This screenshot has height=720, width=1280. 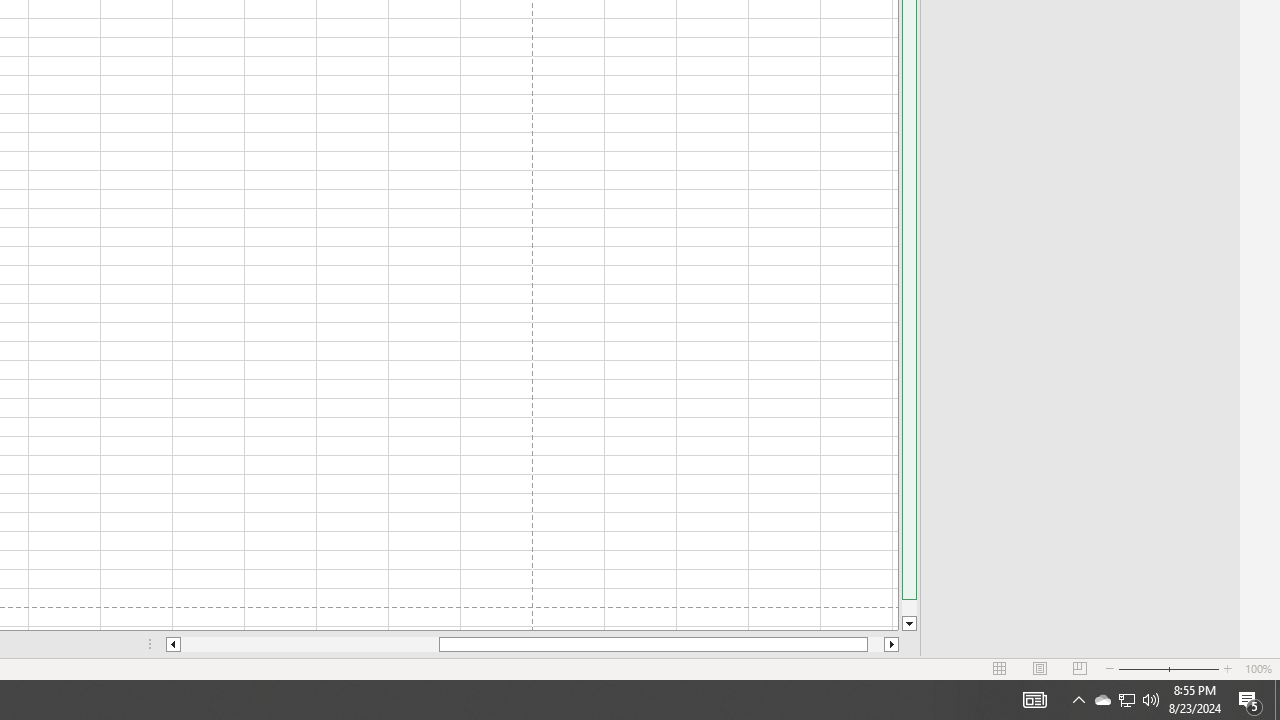 I want to click on 'Page right', so click(x=876, y=644).